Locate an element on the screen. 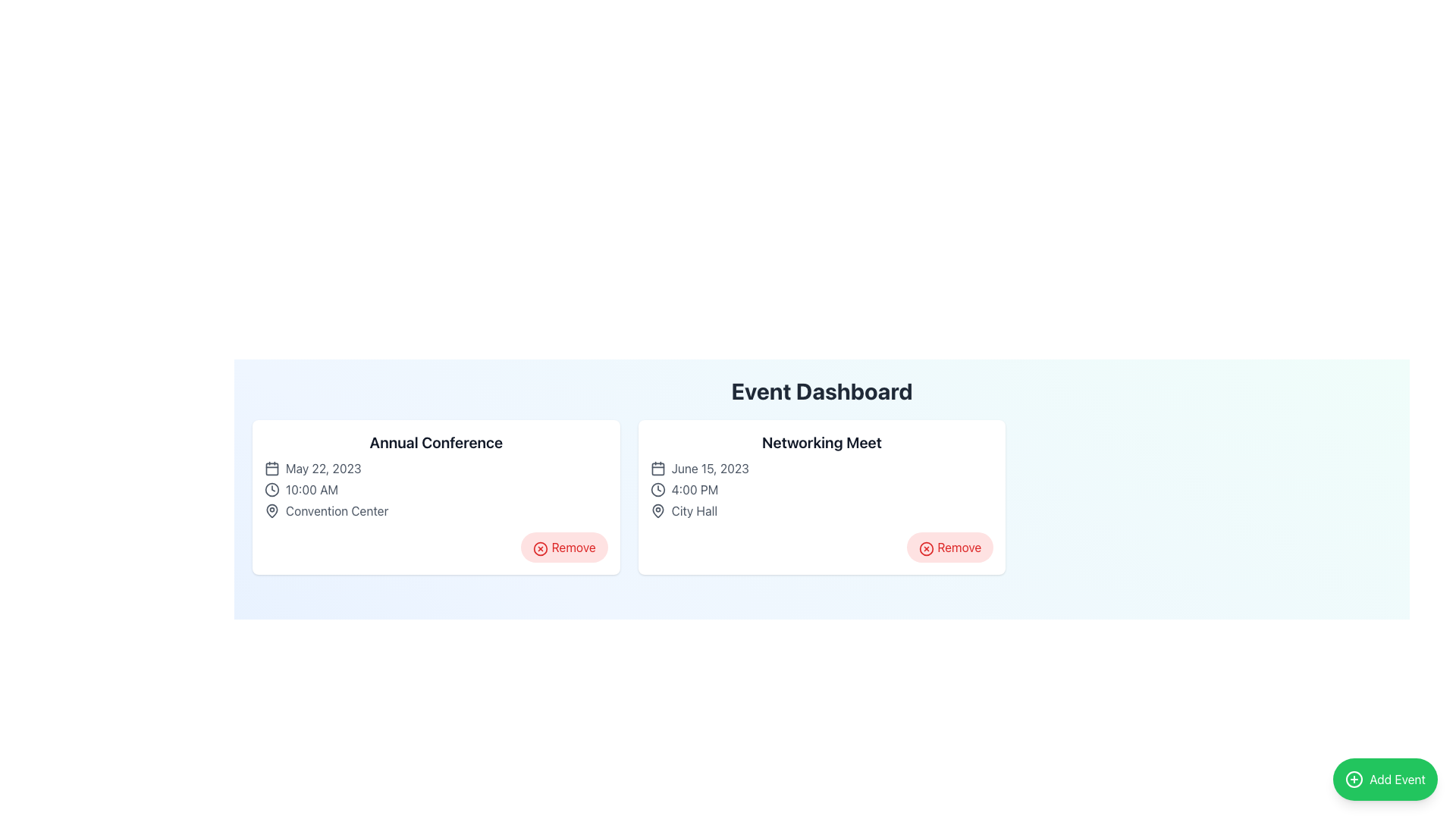 This screenshot has width=1456, height=819. the 'City Hall' text label, which is styled in gray and positioned next to a location pin icon within the event details for 'Networking Meet' is located at coordinates (693, 511).